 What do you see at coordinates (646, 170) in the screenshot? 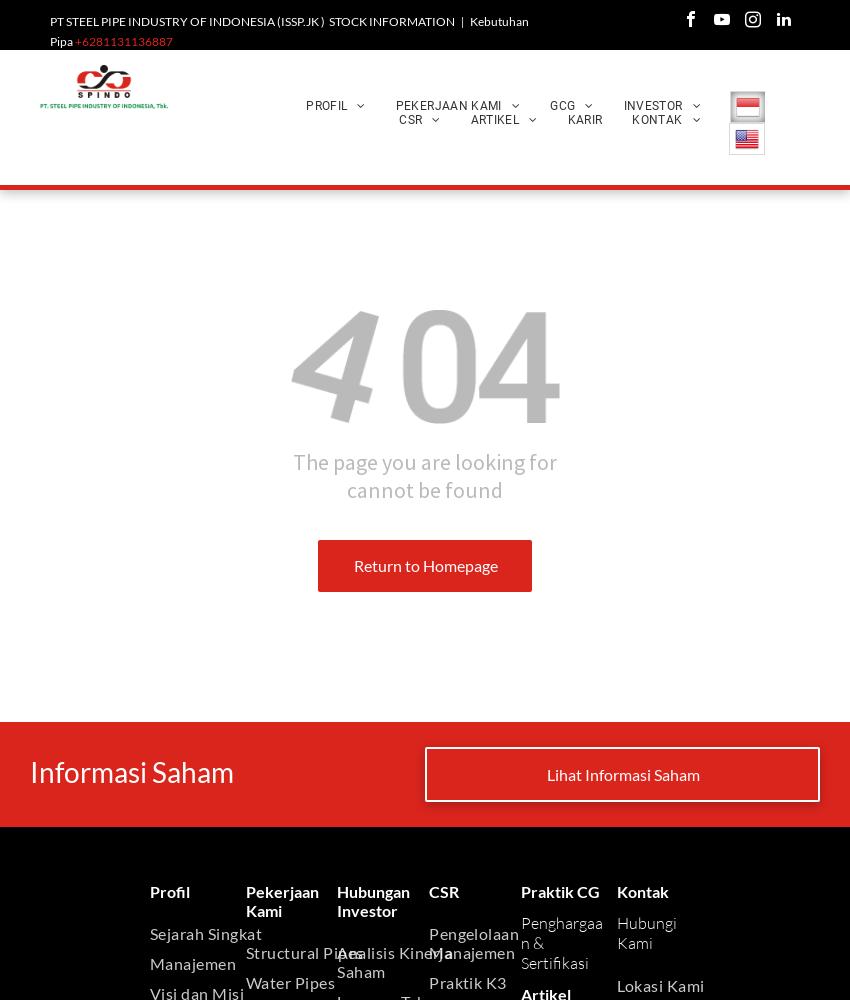
I see `'Penghargaan dan Sertifikasi'` at bounding box center [646, 170].